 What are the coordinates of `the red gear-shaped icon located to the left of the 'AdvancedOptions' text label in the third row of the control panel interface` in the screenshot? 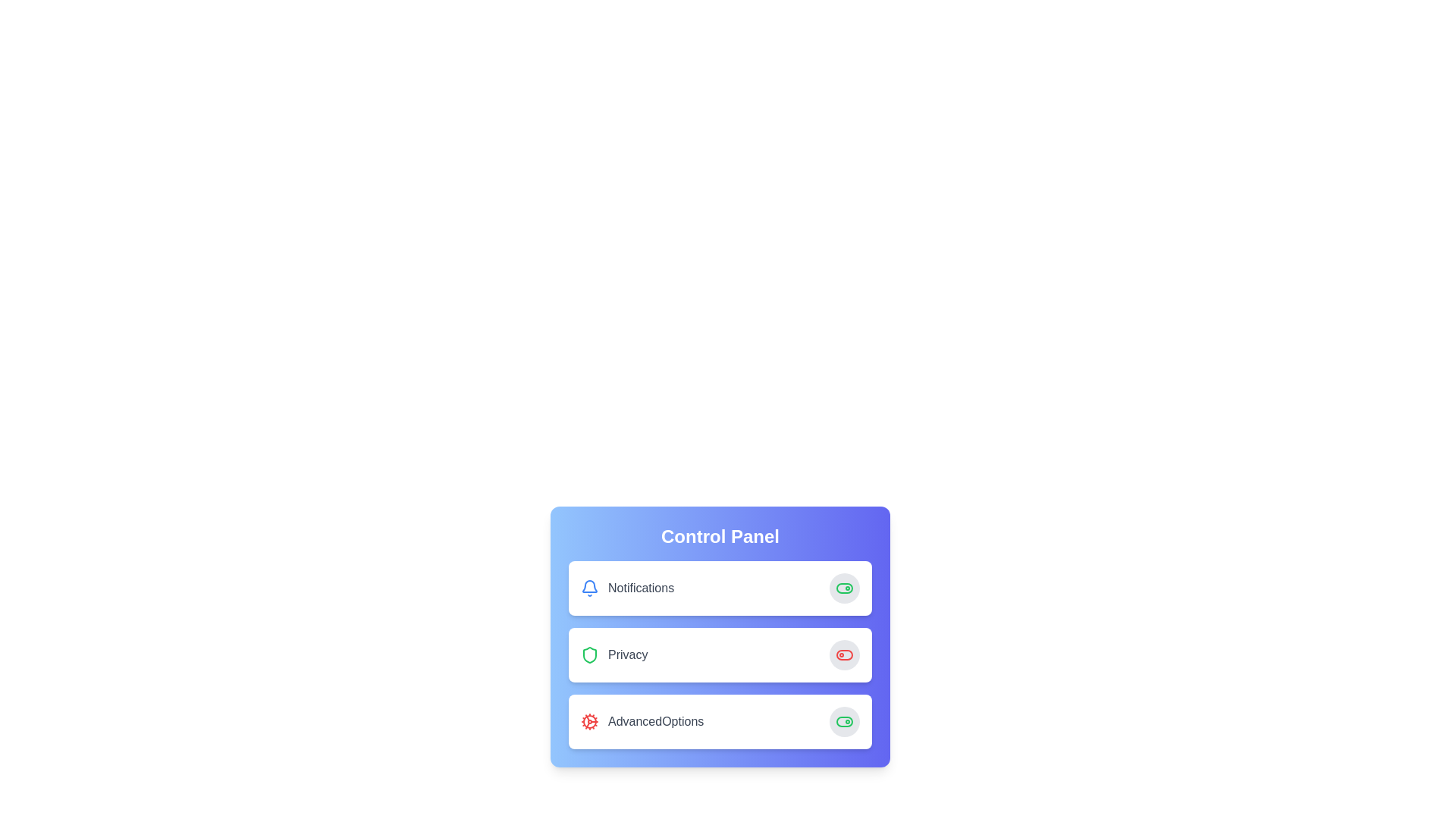 It's located at (588, 721).